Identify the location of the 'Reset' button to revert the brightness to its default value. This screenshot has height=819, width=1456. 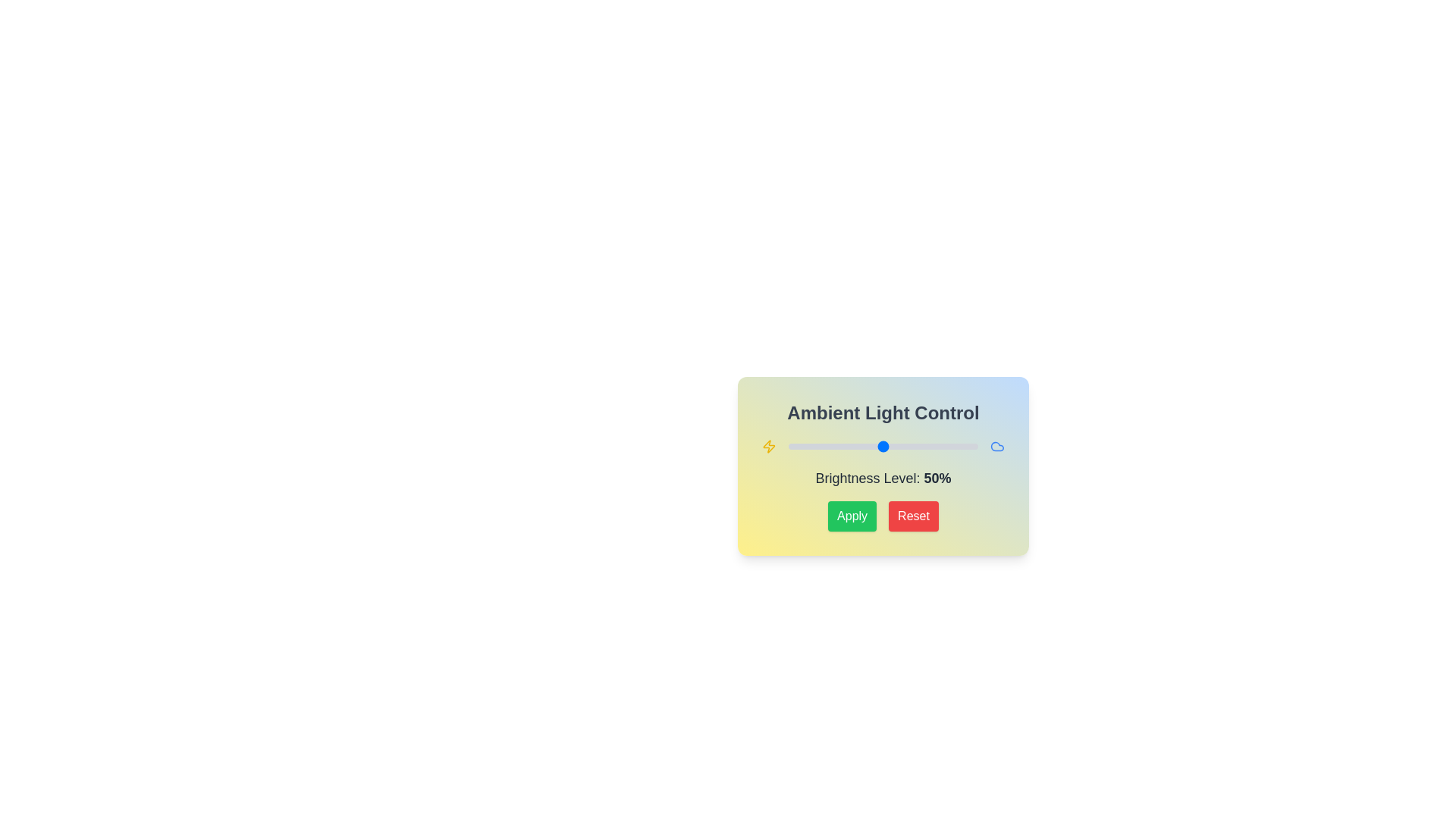
(912, 516).